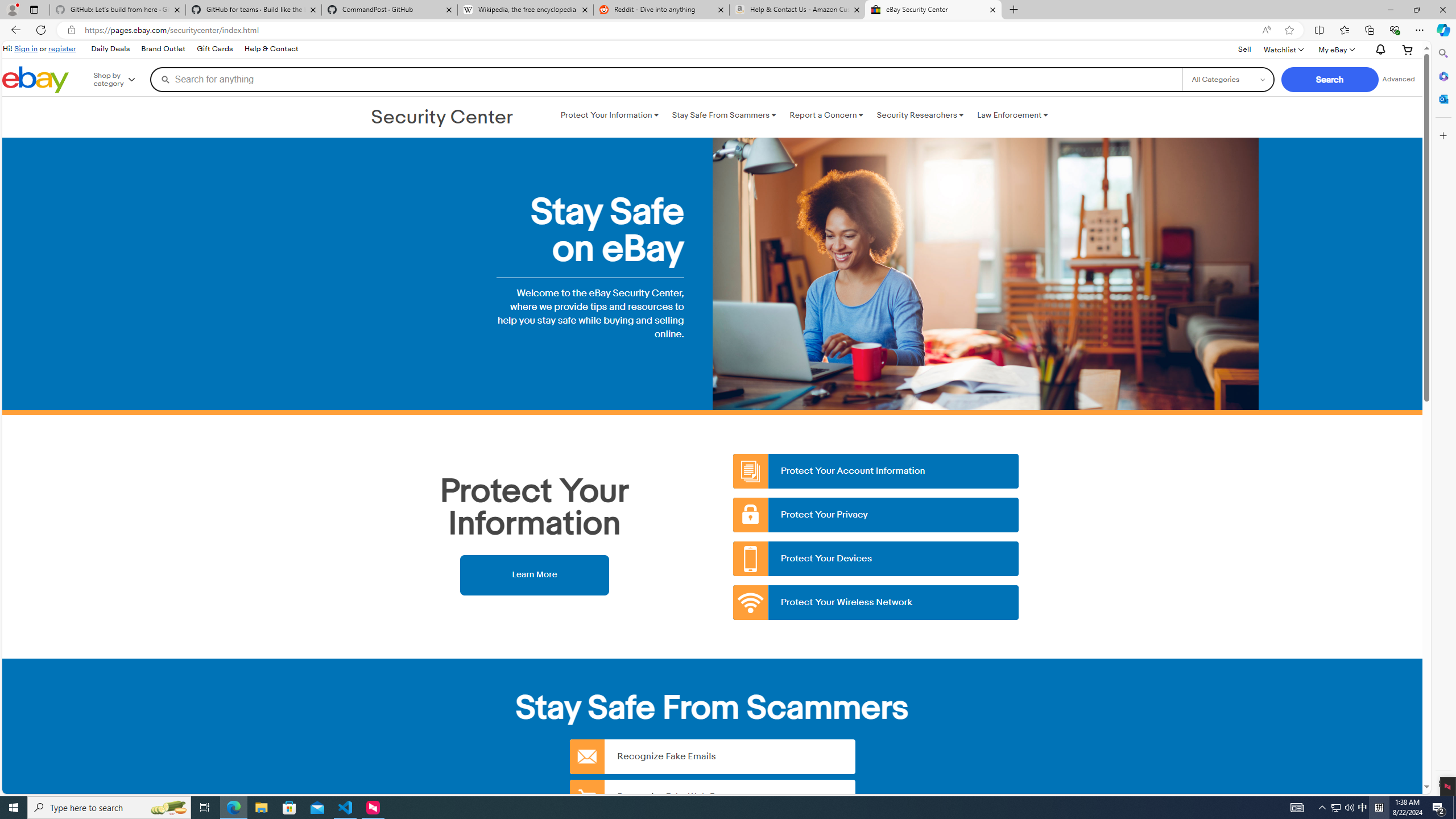  I want to click on 'Protect Your Wireless Network', so click(876, 602).